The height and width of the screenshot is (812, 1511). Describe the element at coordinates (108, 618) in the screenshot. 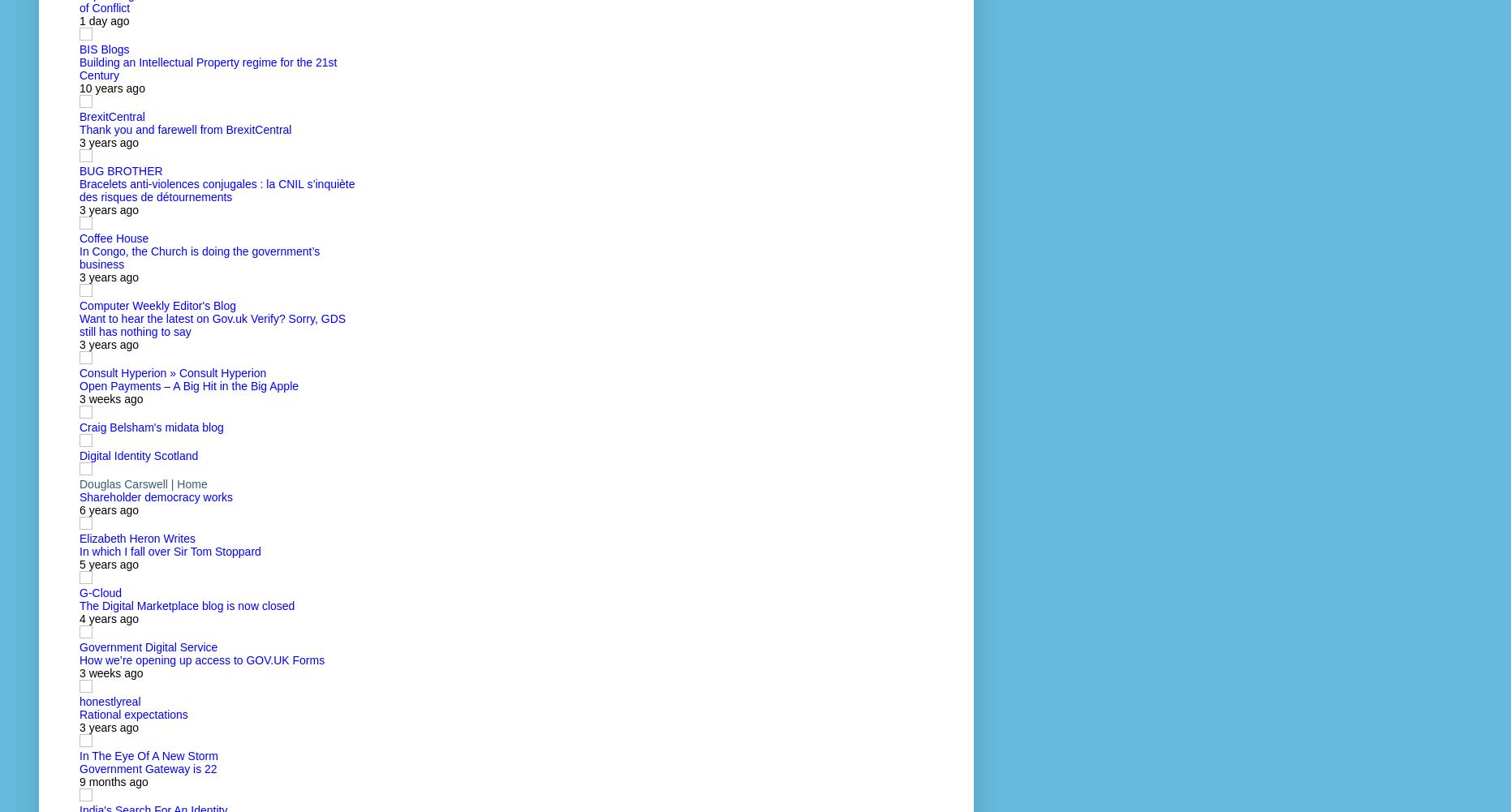

I see `'4 years ago'` at that location.